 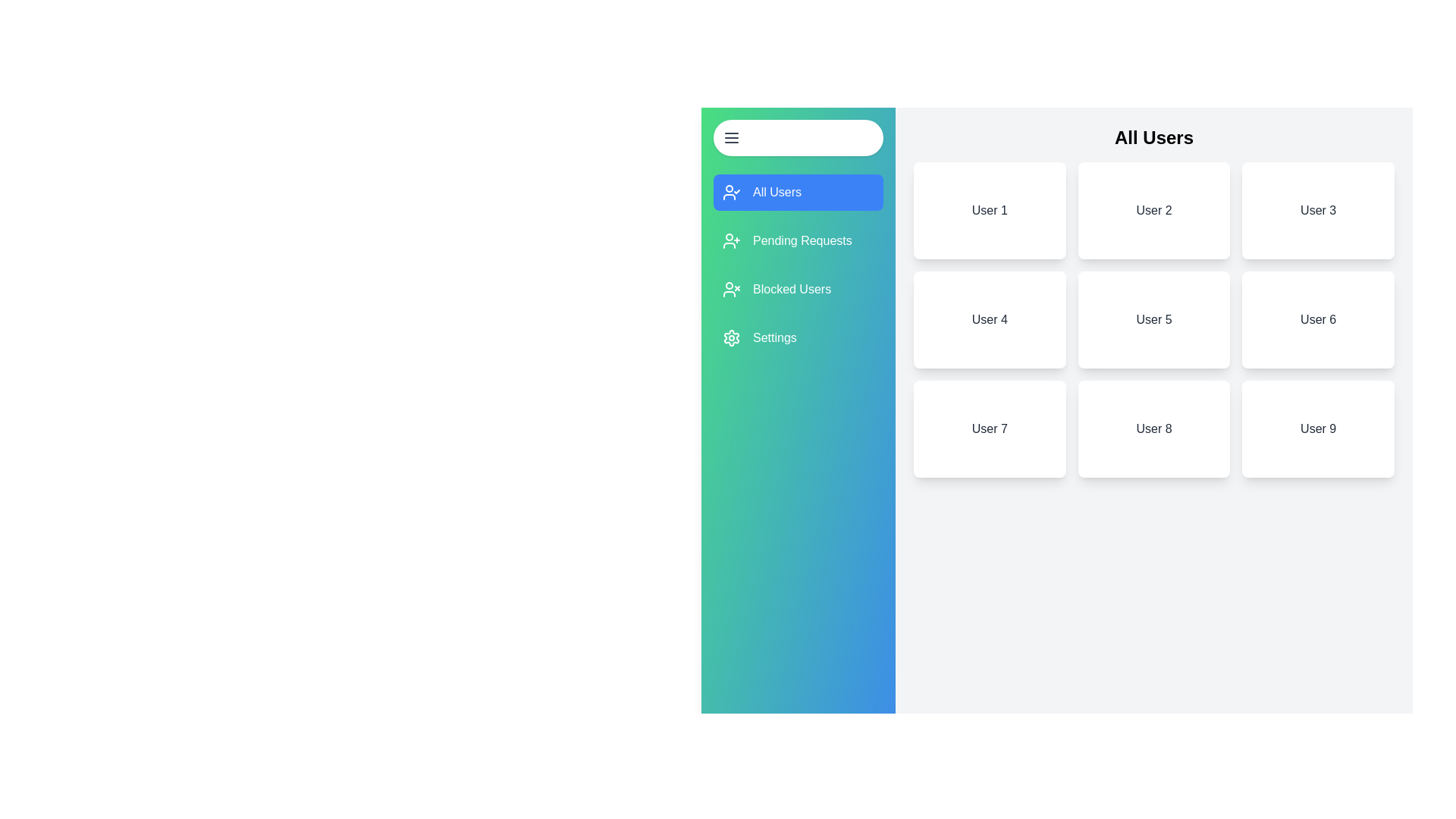 I want to click on the section All Users from the drawer menu, so click(x=797, y=192).